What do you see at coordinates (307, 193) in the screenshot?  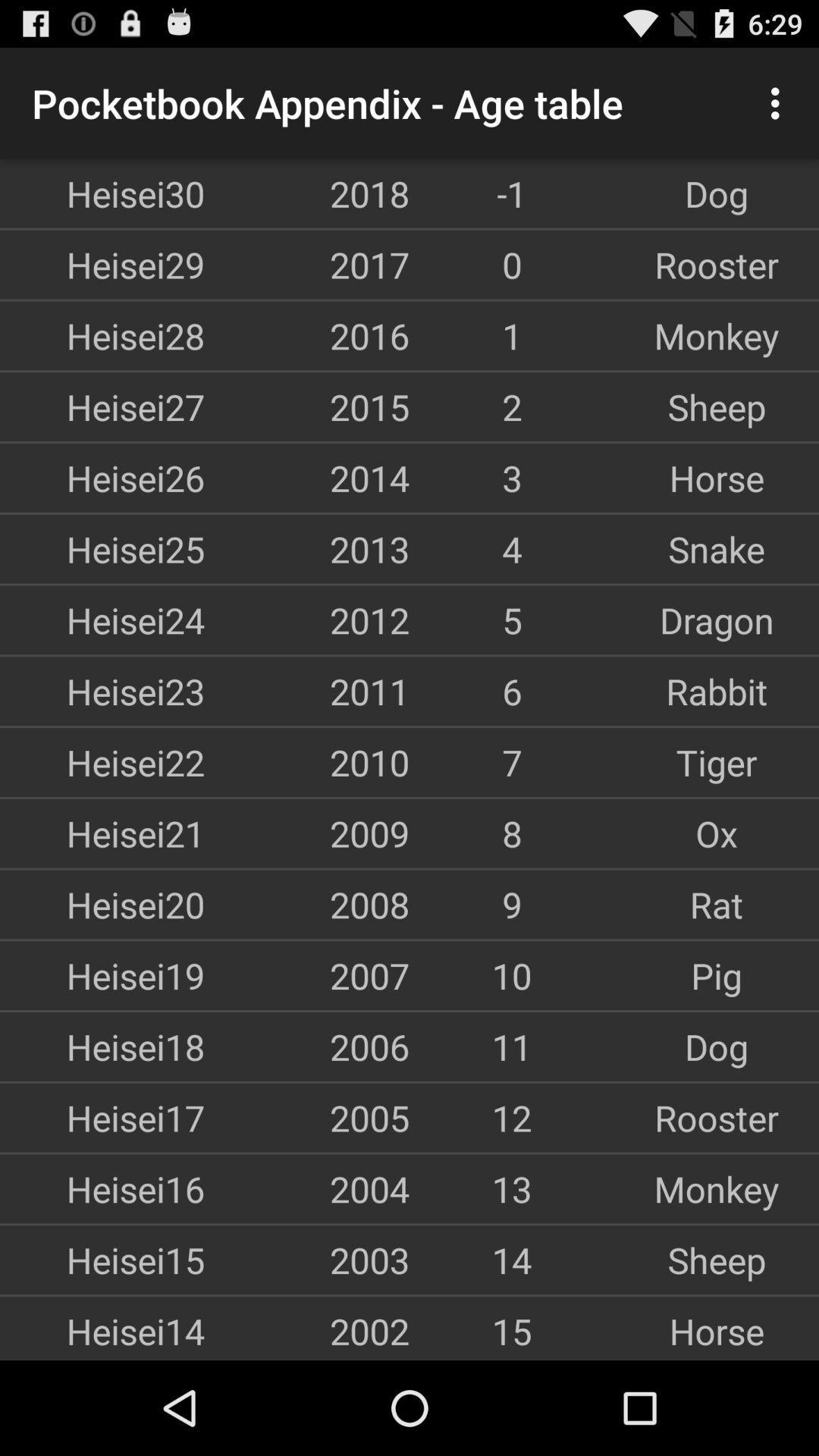 I see `the icon below the pocketbook appendix age app` at bounding box center [307, 193].